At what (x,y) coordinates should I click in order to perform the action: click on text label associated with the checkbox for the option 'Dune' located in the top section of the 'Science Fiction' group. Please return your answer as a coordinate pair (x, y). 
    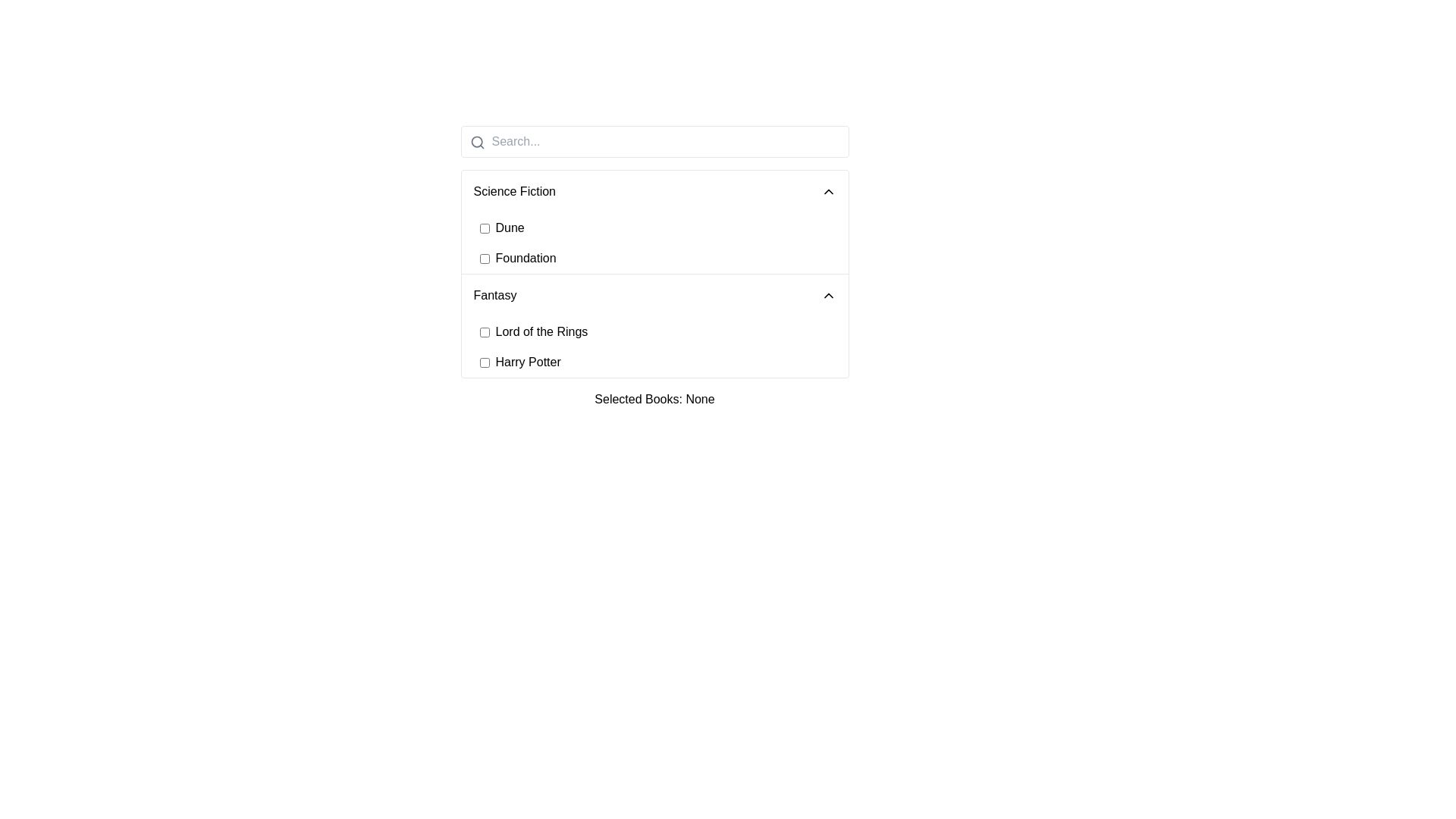
    Looking at the image, I should click on (510, 227).